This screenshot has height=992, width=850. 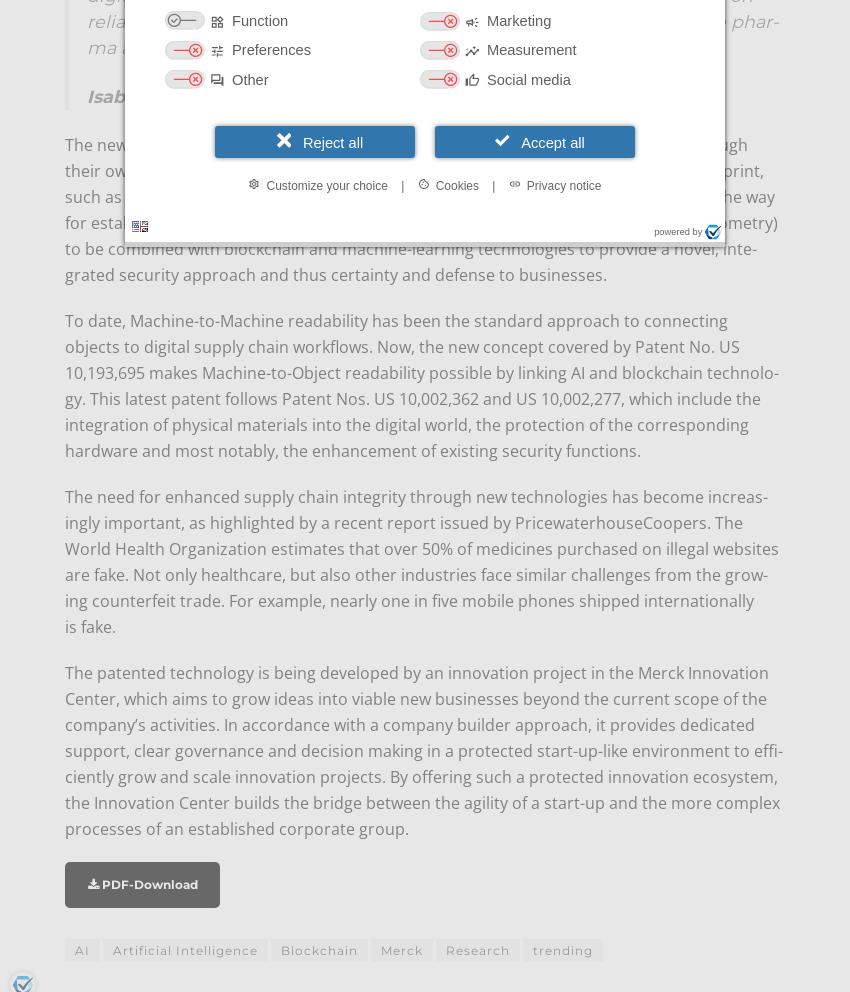 What do you see at coordinates (527, 78) in the screenshot?
I see `'Social media'` at bounding box center [527, 78].